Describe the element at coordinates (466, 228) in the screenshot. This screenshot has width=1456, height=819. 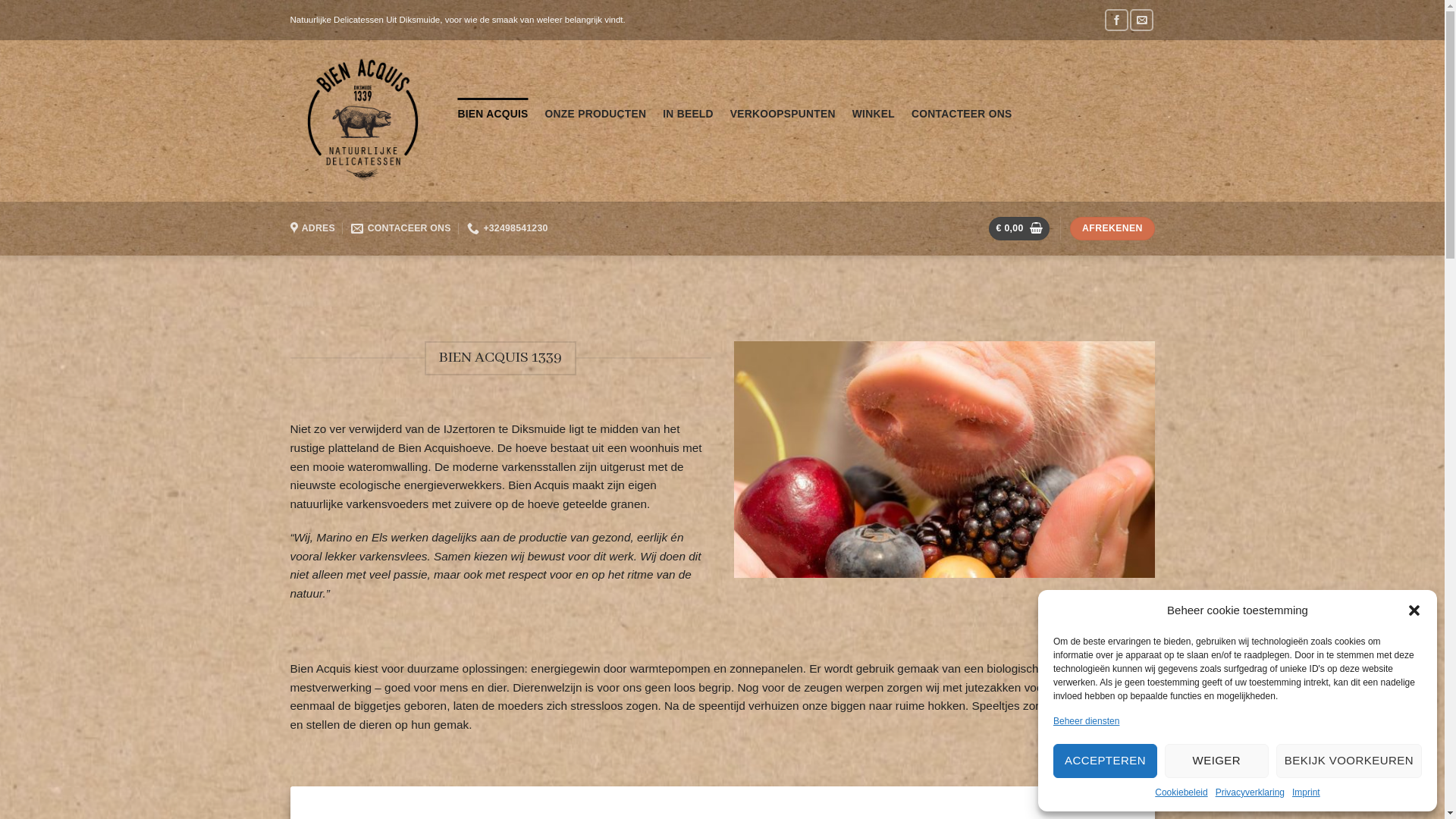
I see `'+32498541230'` at that location.